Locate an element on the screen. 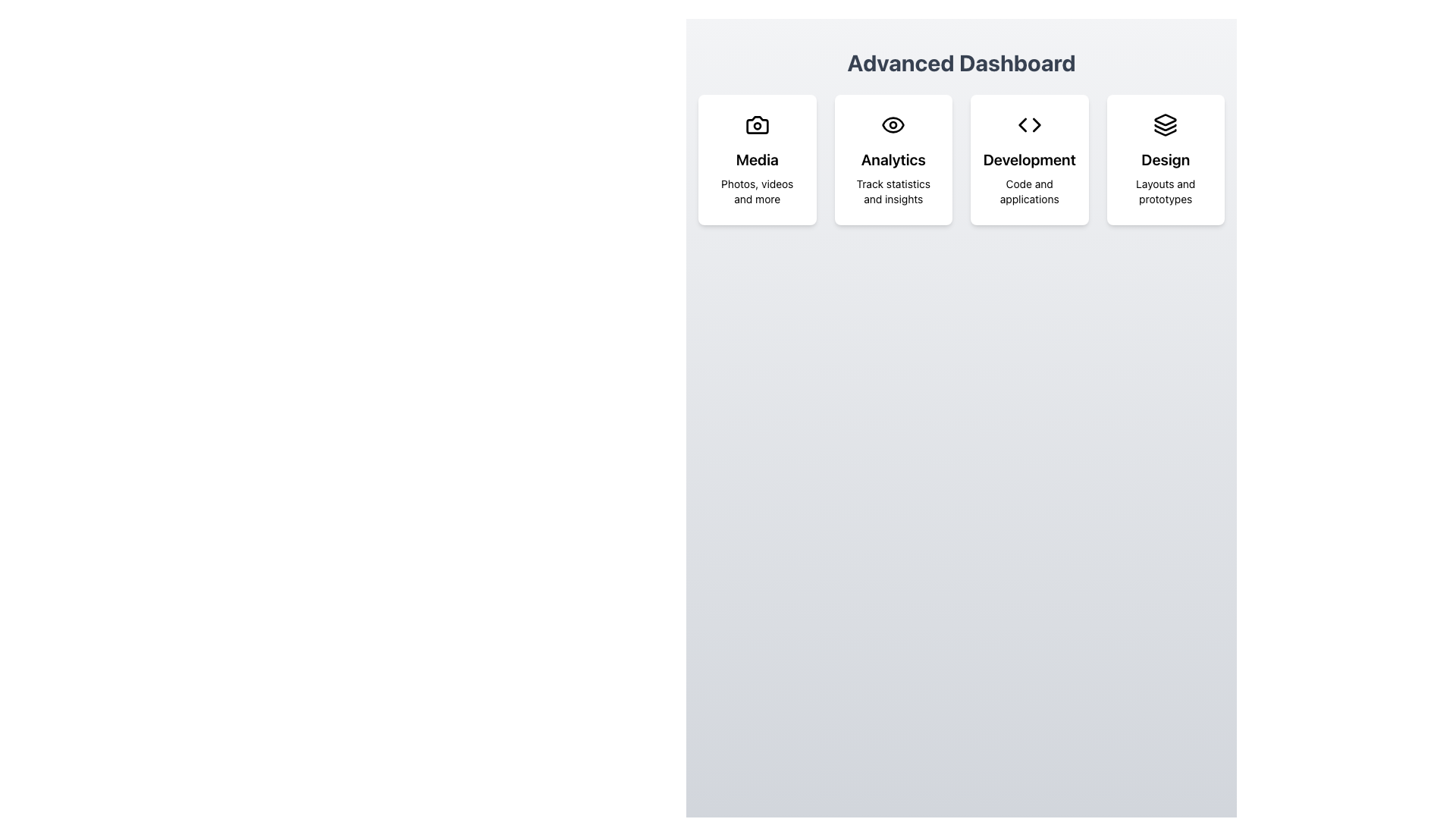  the left-pointing chevron arrow icon within the 'Development' card on the dashboard interface is located at coordinates (1022, 124).